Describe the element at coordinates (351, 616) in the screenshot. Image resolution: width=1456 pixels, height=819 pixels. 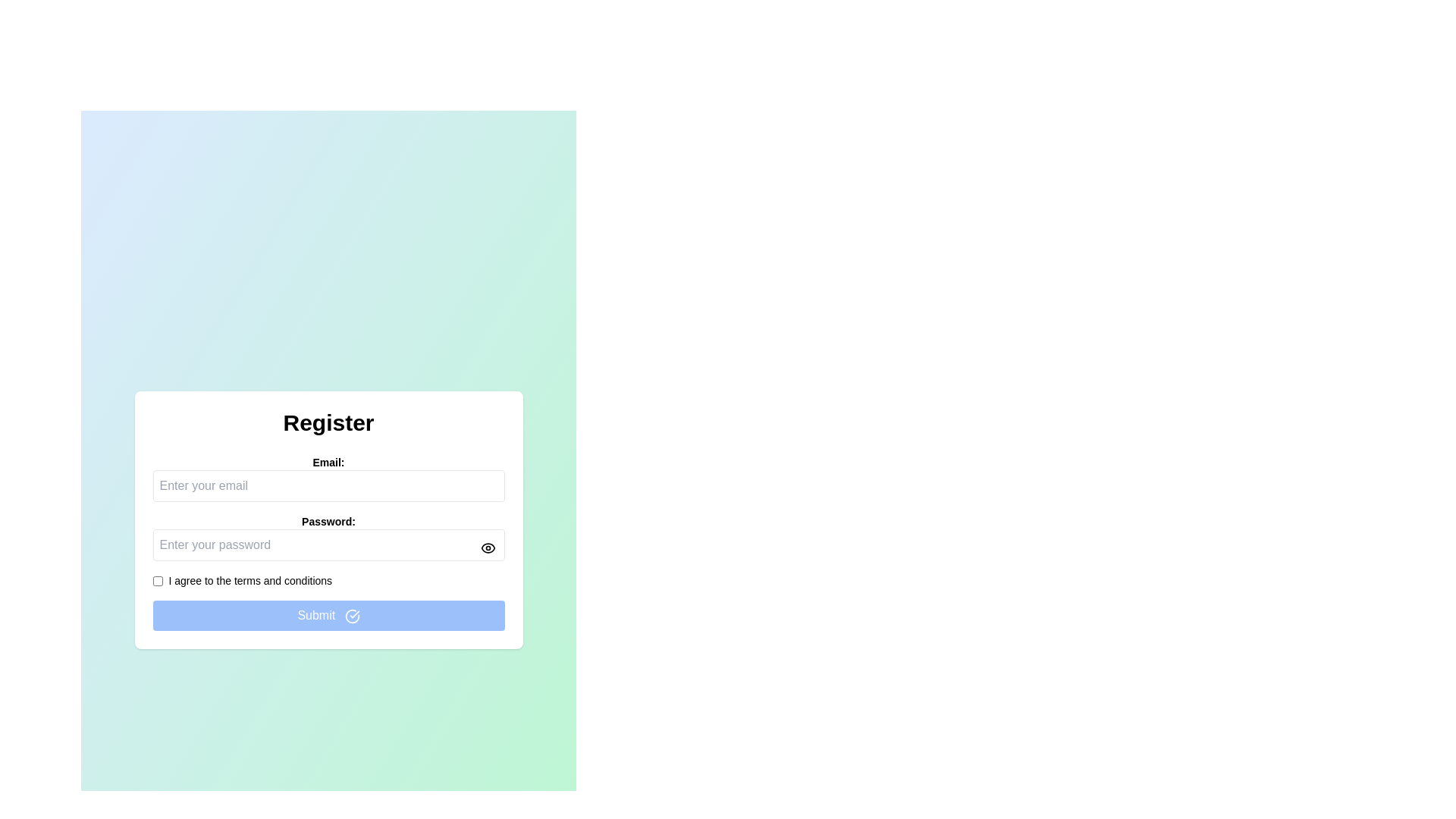
I see `the success confirmation icon located near the right side of the 'Submit' button at the bottom of the registration form` at that location.